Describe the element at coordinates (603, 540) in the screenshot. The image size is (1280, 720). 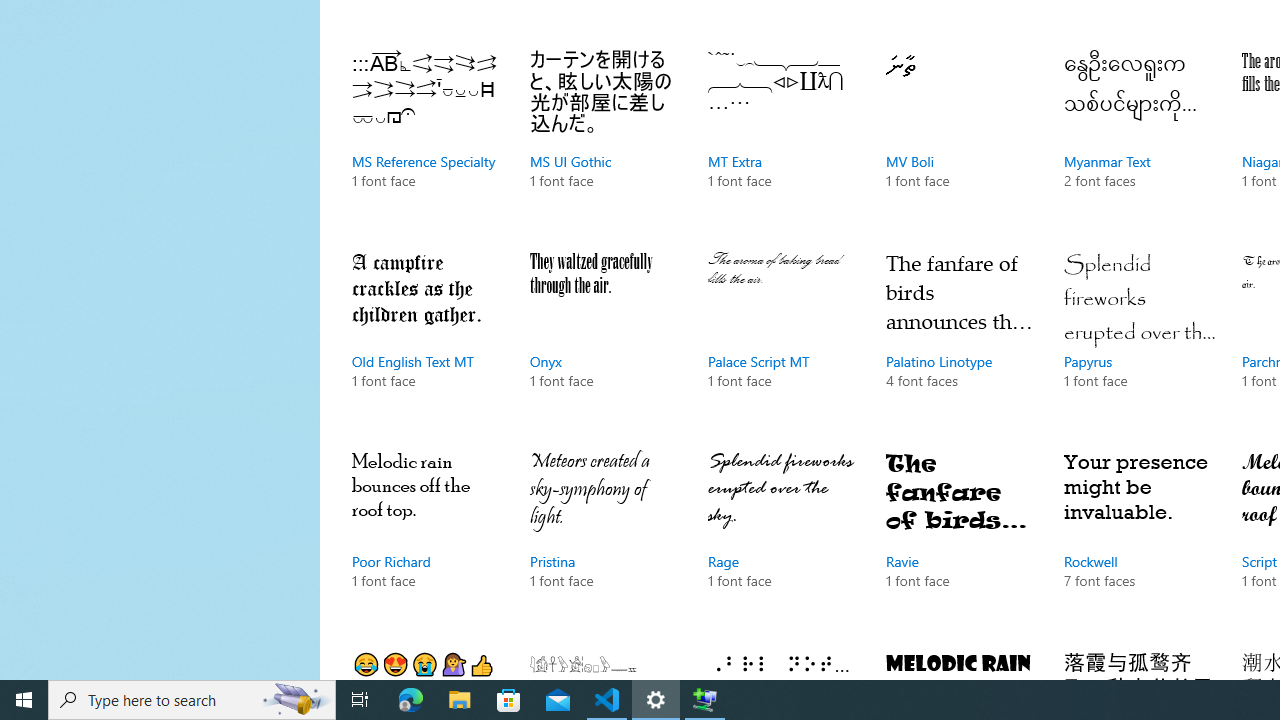
I see `'Pristina, 1 font face'` at that location.